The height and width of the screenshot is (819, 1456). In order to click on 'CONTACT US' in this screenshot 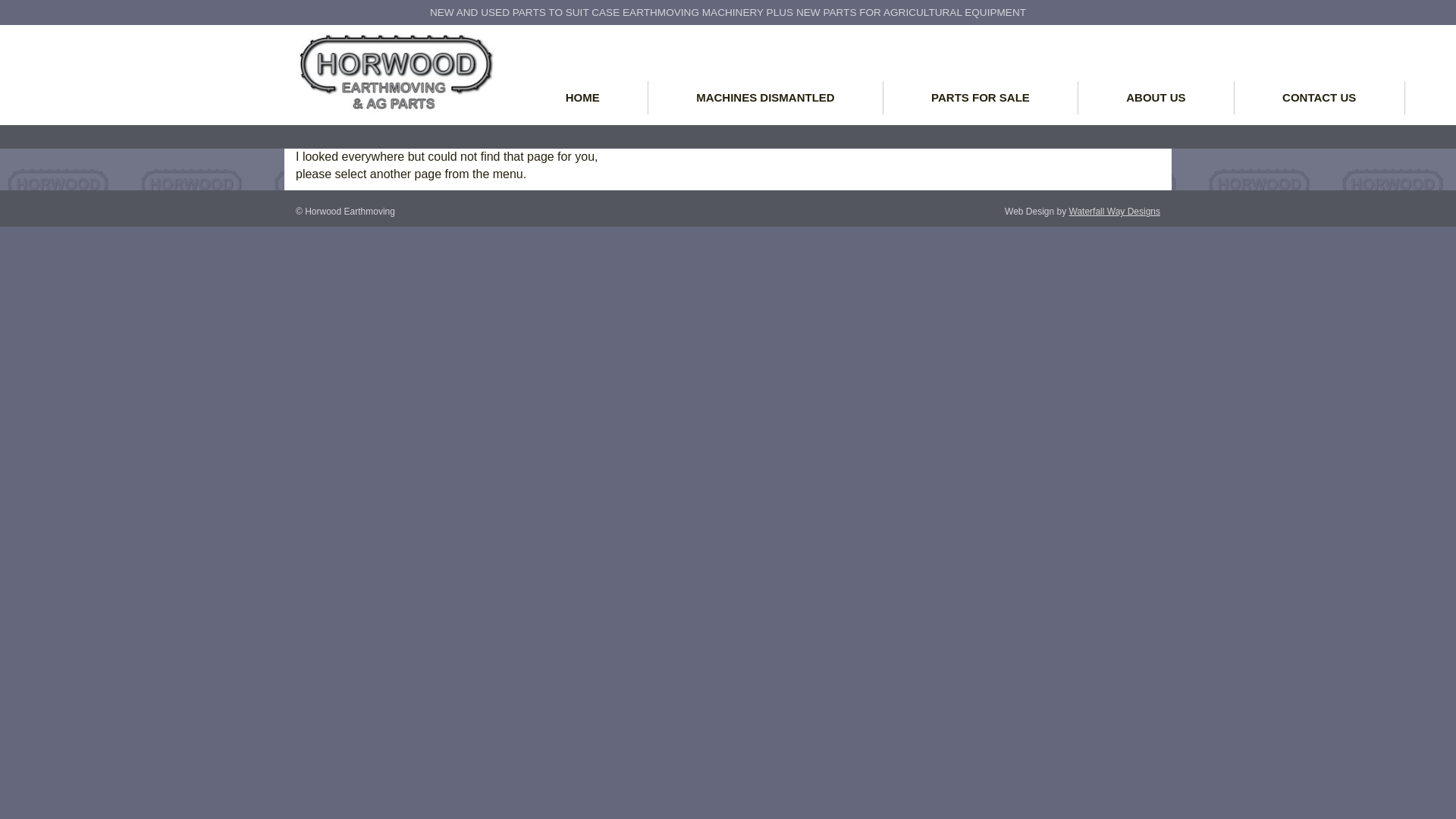, I will do `click(1319, 97)`.